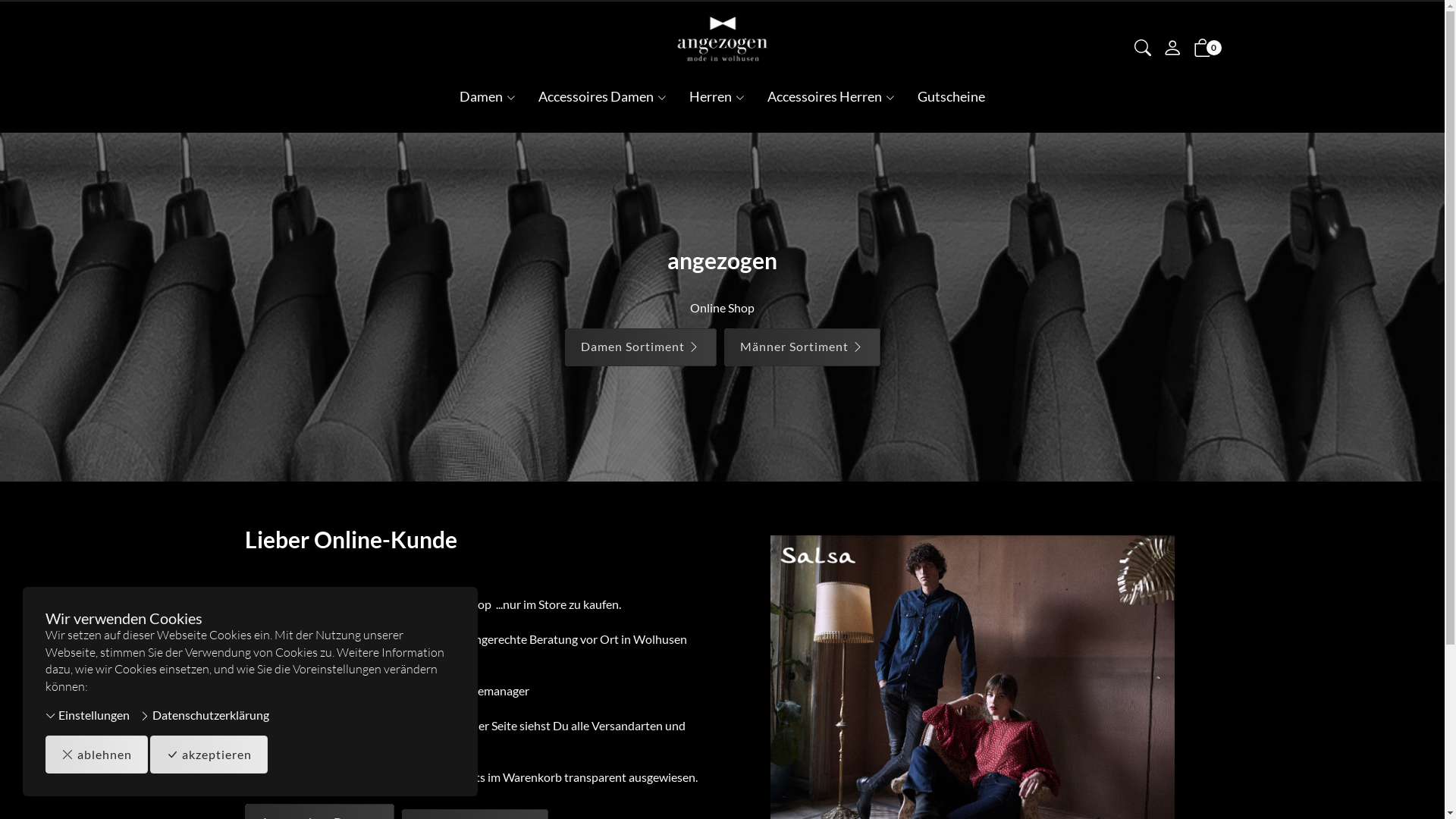  Describe the element at coordinates (601, 97) in the screenshot. I see `'Accessoires Damen'` at that location.